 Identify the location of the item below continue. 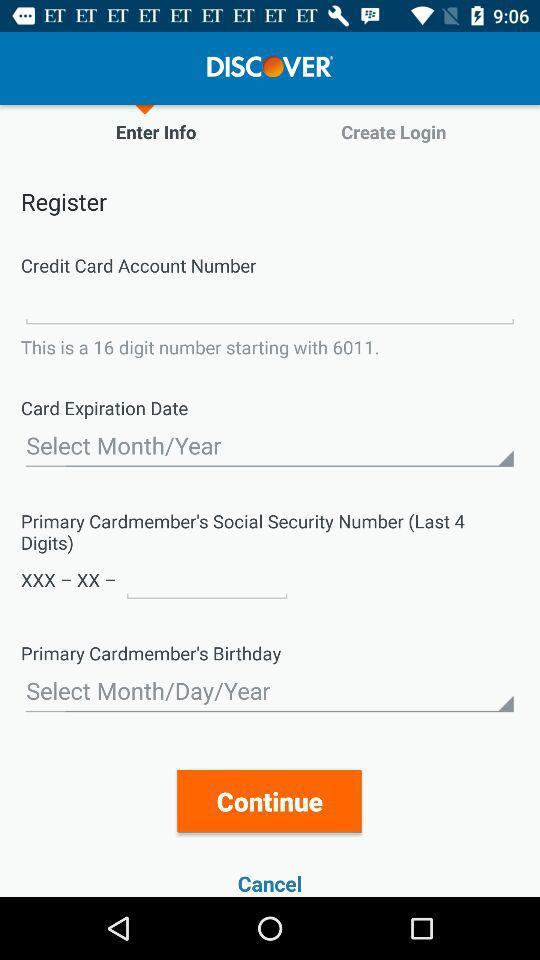
(270, 883).